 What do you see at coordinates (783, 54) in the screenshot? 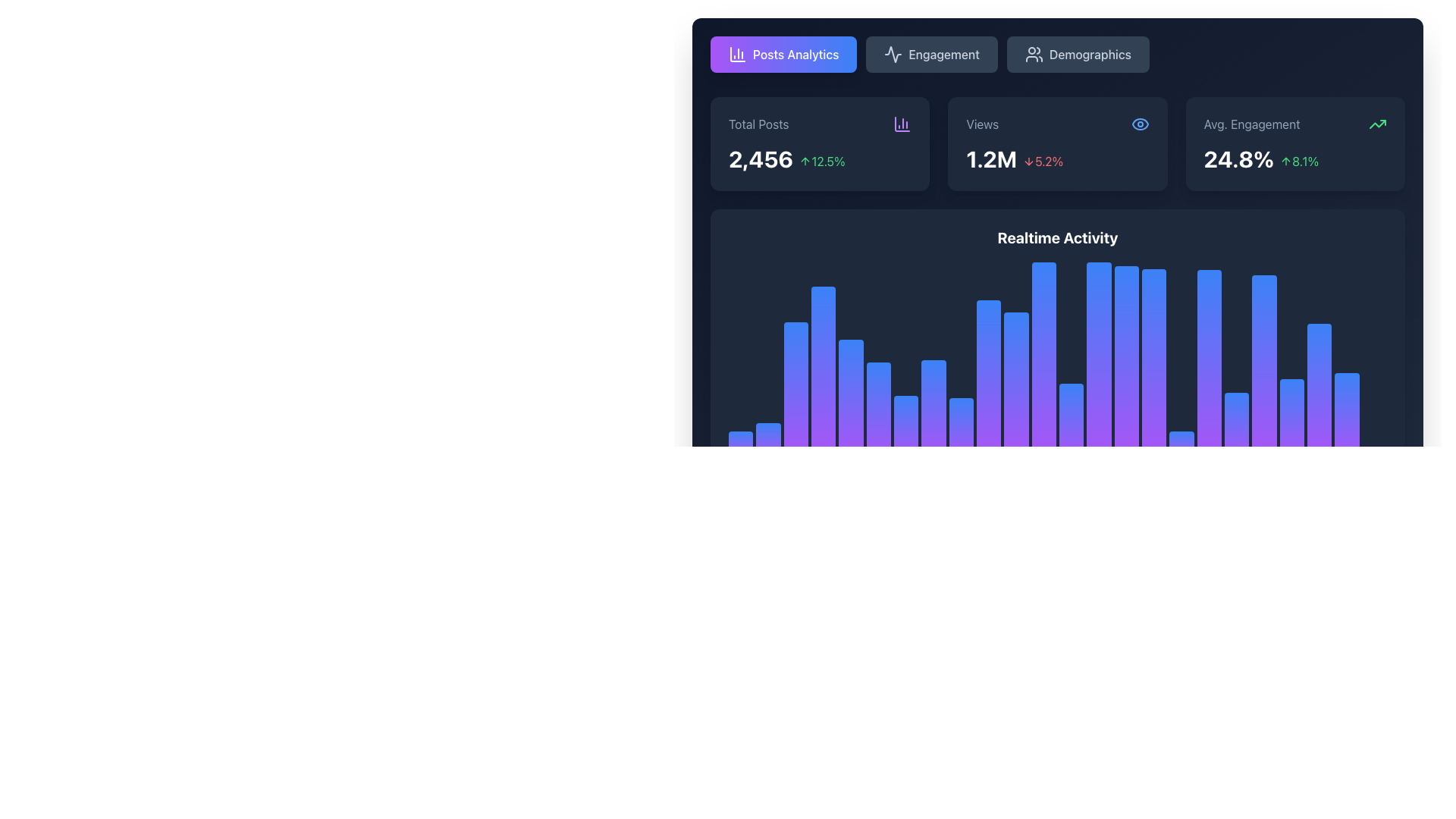
I see `the 'Posts Analytics' button, which is the leftmost button in a row of three, featuring a gradient background from purple to blue and a bar chart icon` at bounding box center [783, 54].